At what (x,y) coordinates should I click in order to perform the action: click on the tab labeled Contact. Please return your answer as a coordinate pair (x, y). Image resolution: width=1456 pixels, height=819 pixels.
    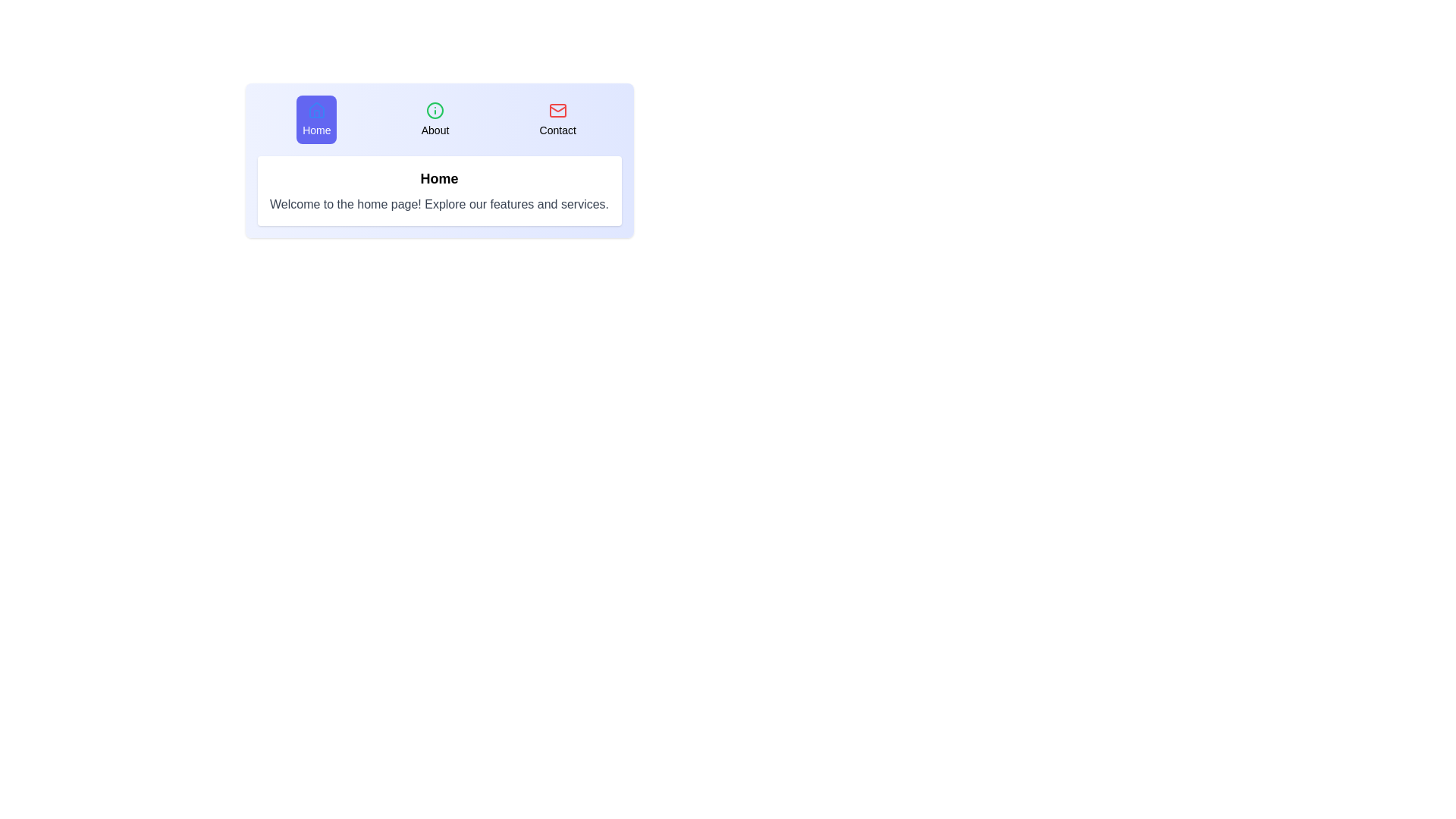
    Looking at the image, I should click on (557, 119).